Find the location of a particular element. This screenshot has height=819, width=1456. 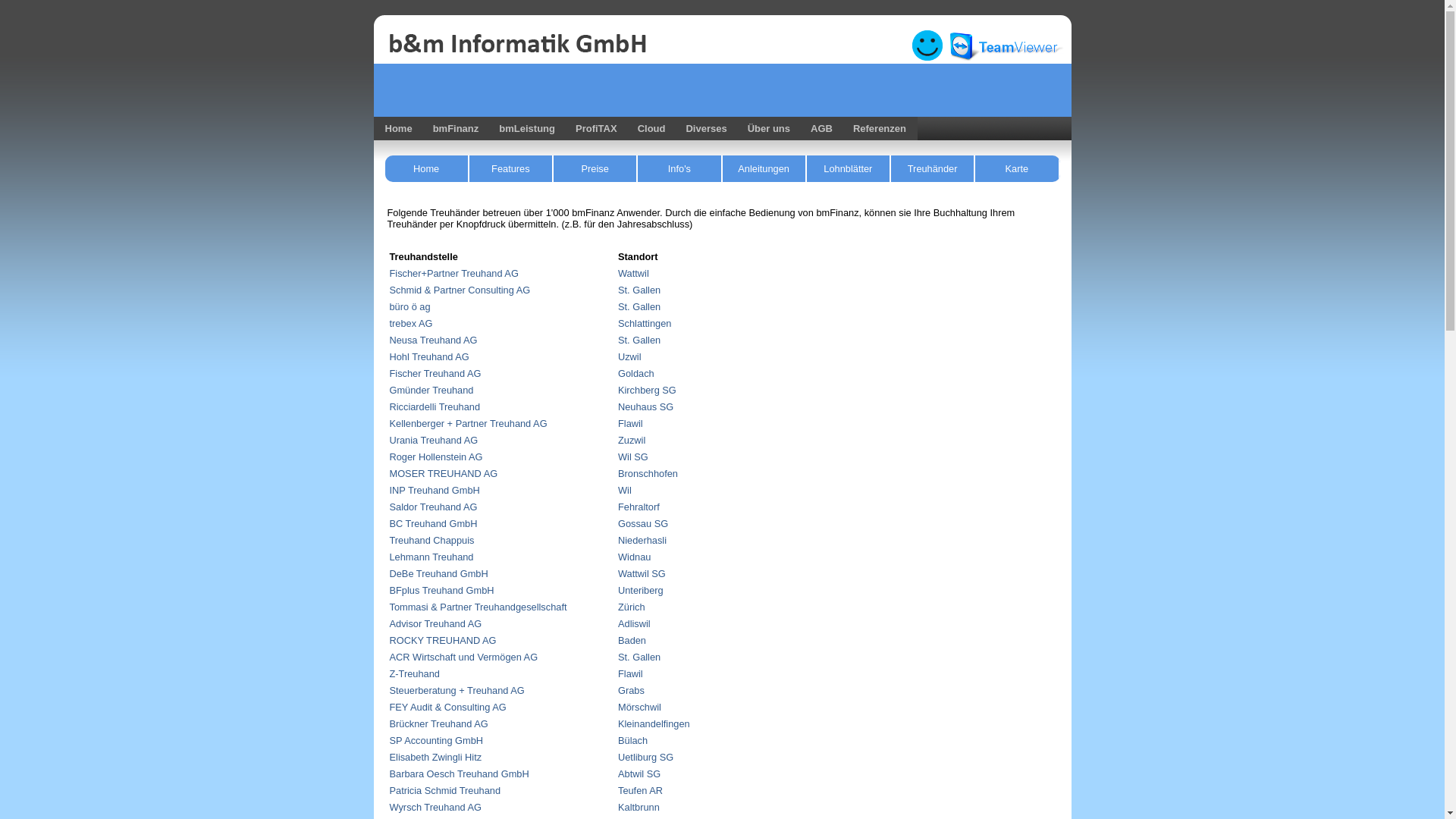

'Fischer+Partner Treuhand AG' is located at coordinates (453, 273).